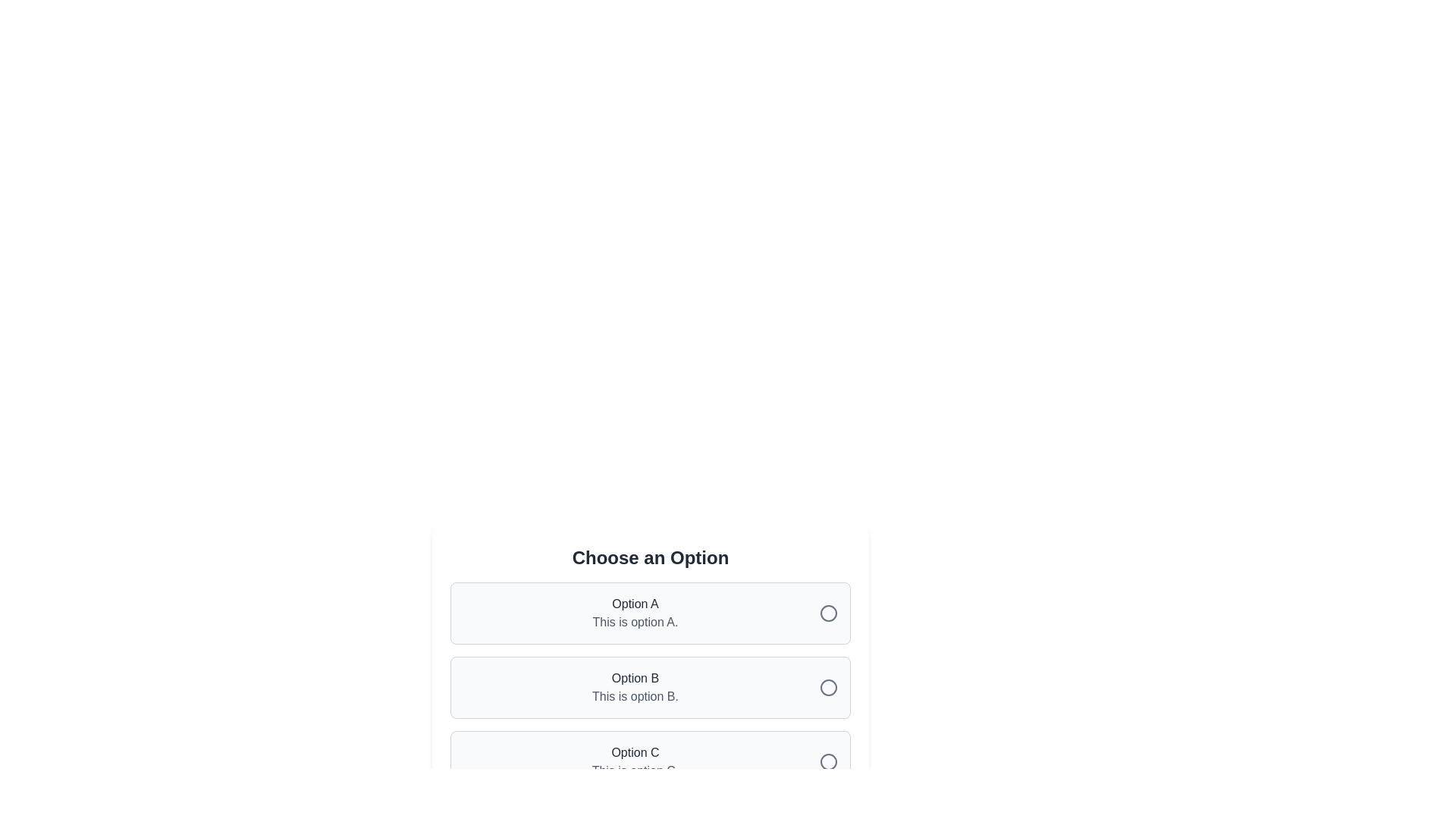 Image resolution: width=1456 pixels, height=819 pixels. Describe the element at coordinates (828, 687) in the screenshot. I see `the decorative SVG circle element that indicates the second option (option B) in the vertical list` at that location.